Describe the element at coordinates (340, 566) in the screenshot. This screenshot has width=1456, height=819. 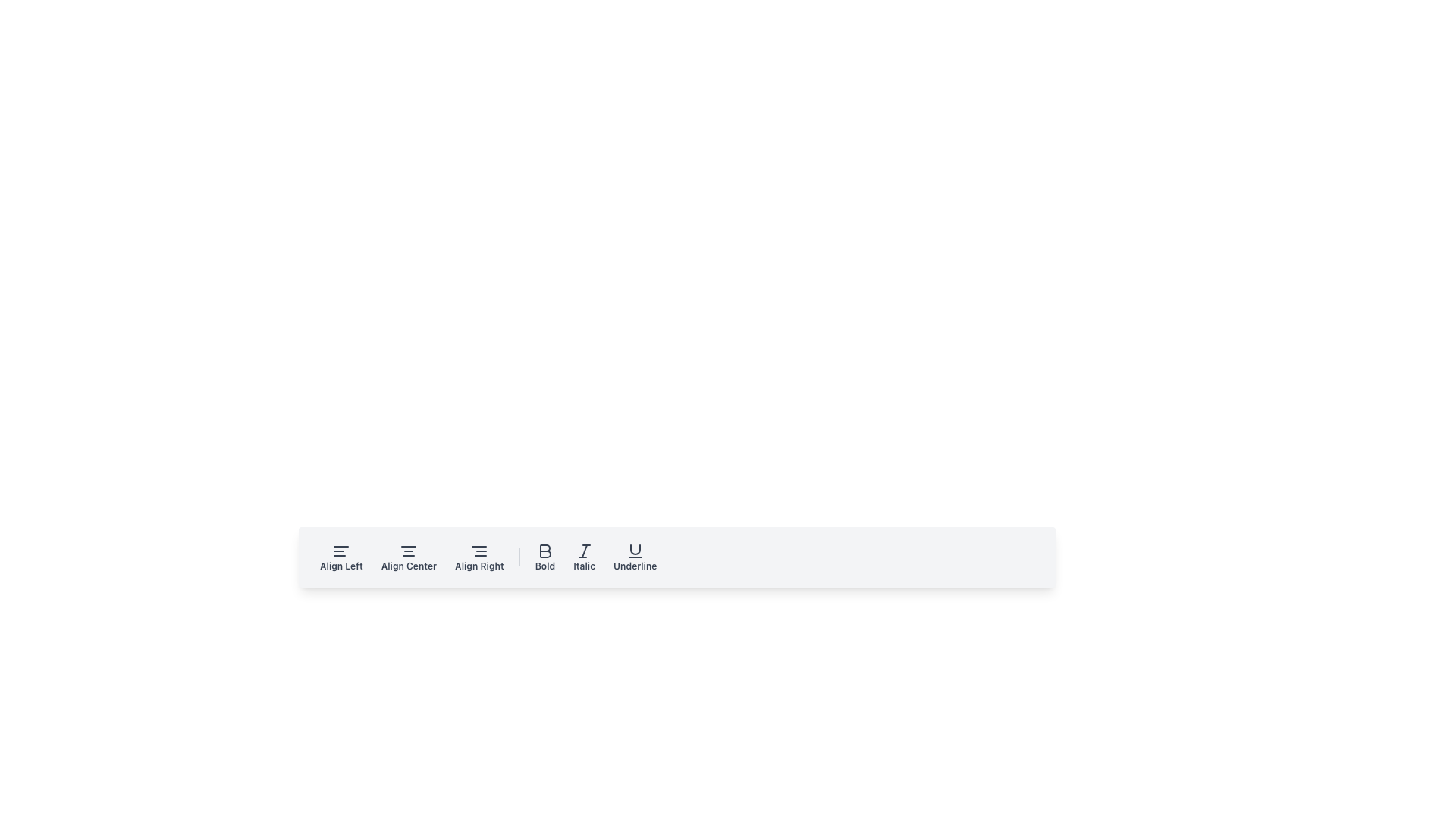
I see `the 'Align Left' text label, which is styled in small bold font and located beneath the left-aligned text icon in the horizontal toolbar of text alignment options` at that location.